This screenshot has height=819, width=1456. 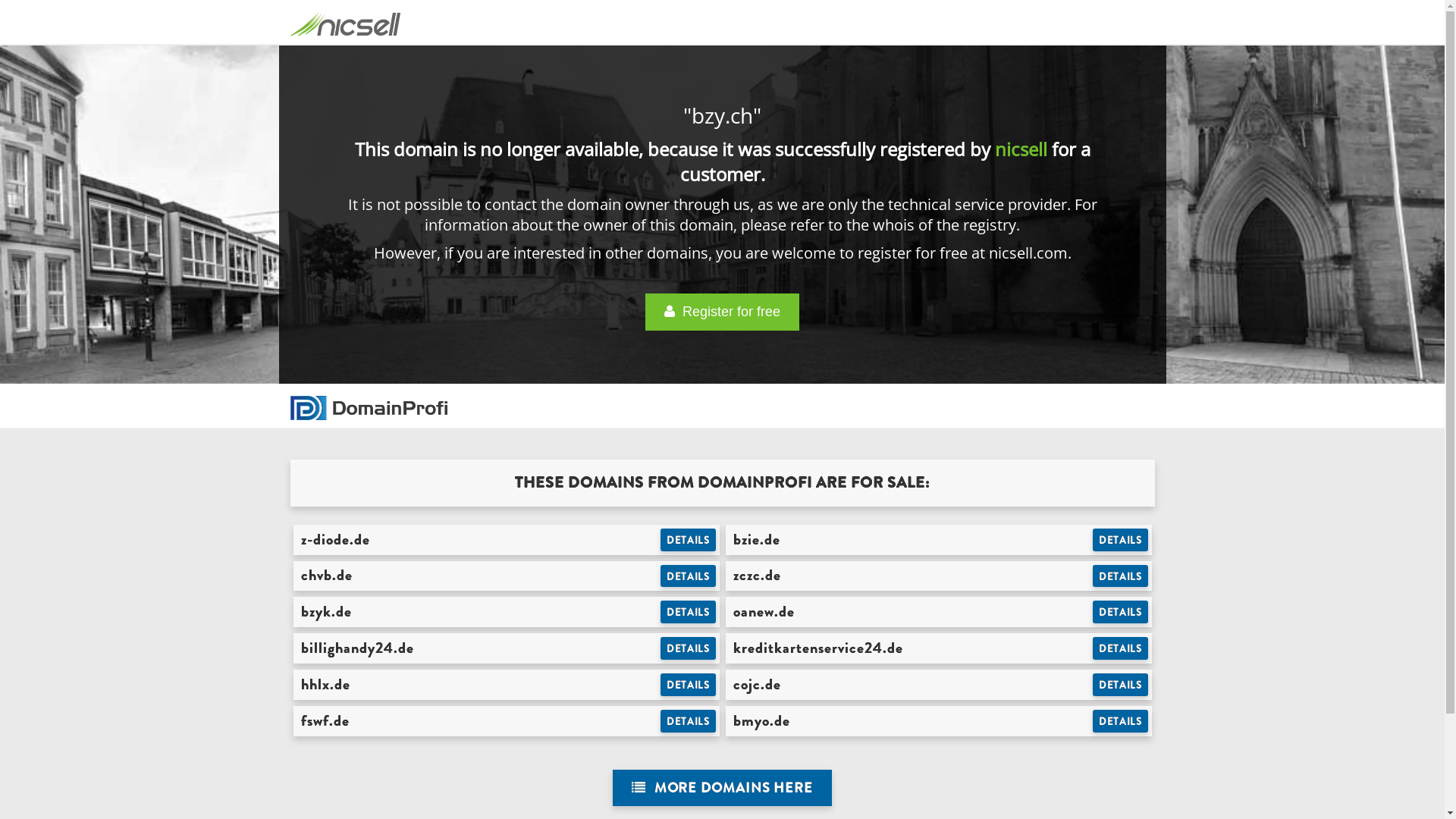 I want to click on 'DETAILS', so click(x=687, y=539).